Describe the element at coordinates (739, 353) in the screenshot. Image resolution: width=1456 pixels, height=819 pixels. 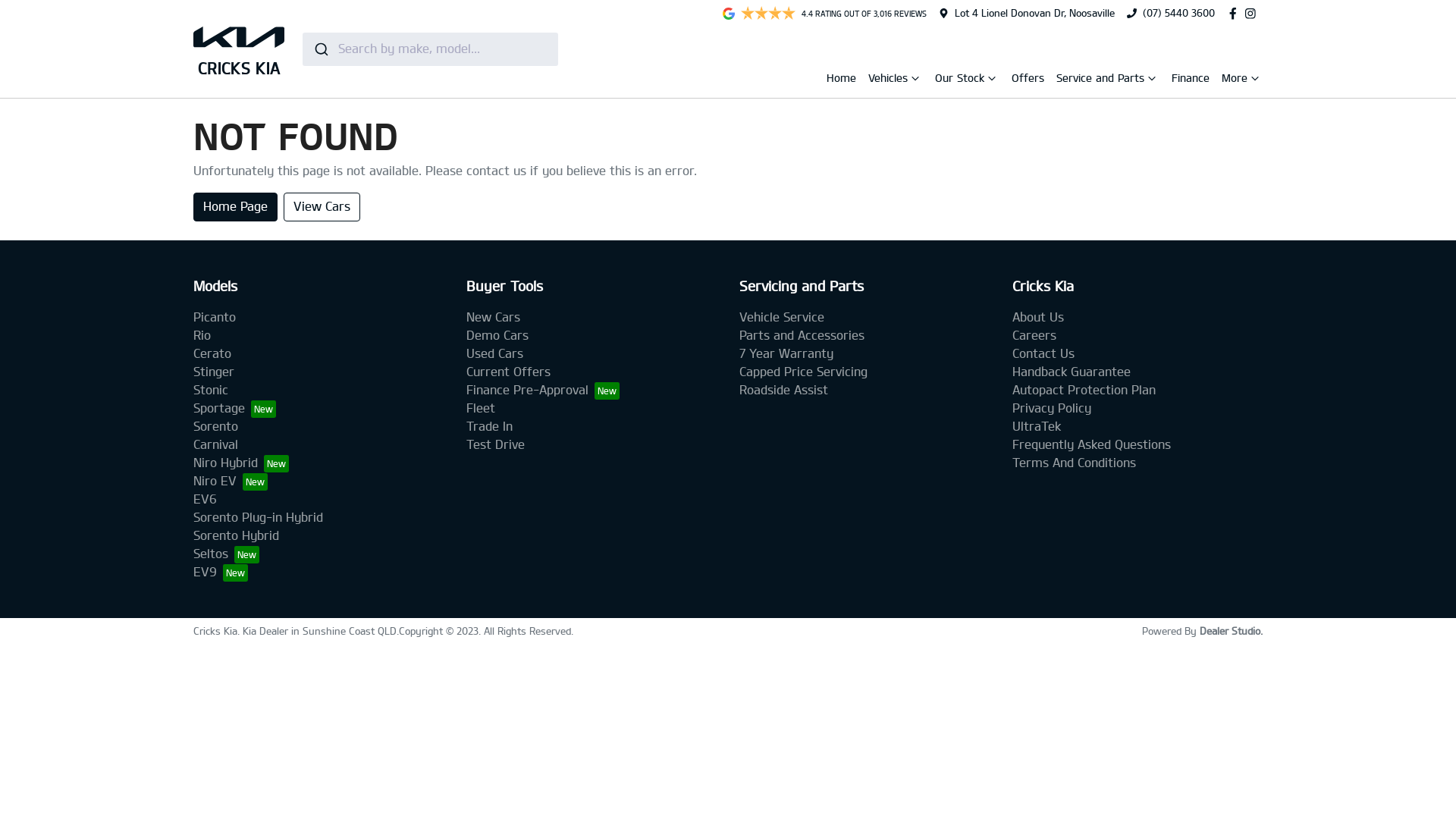
I see `'7 Year Warranty'` at that location.